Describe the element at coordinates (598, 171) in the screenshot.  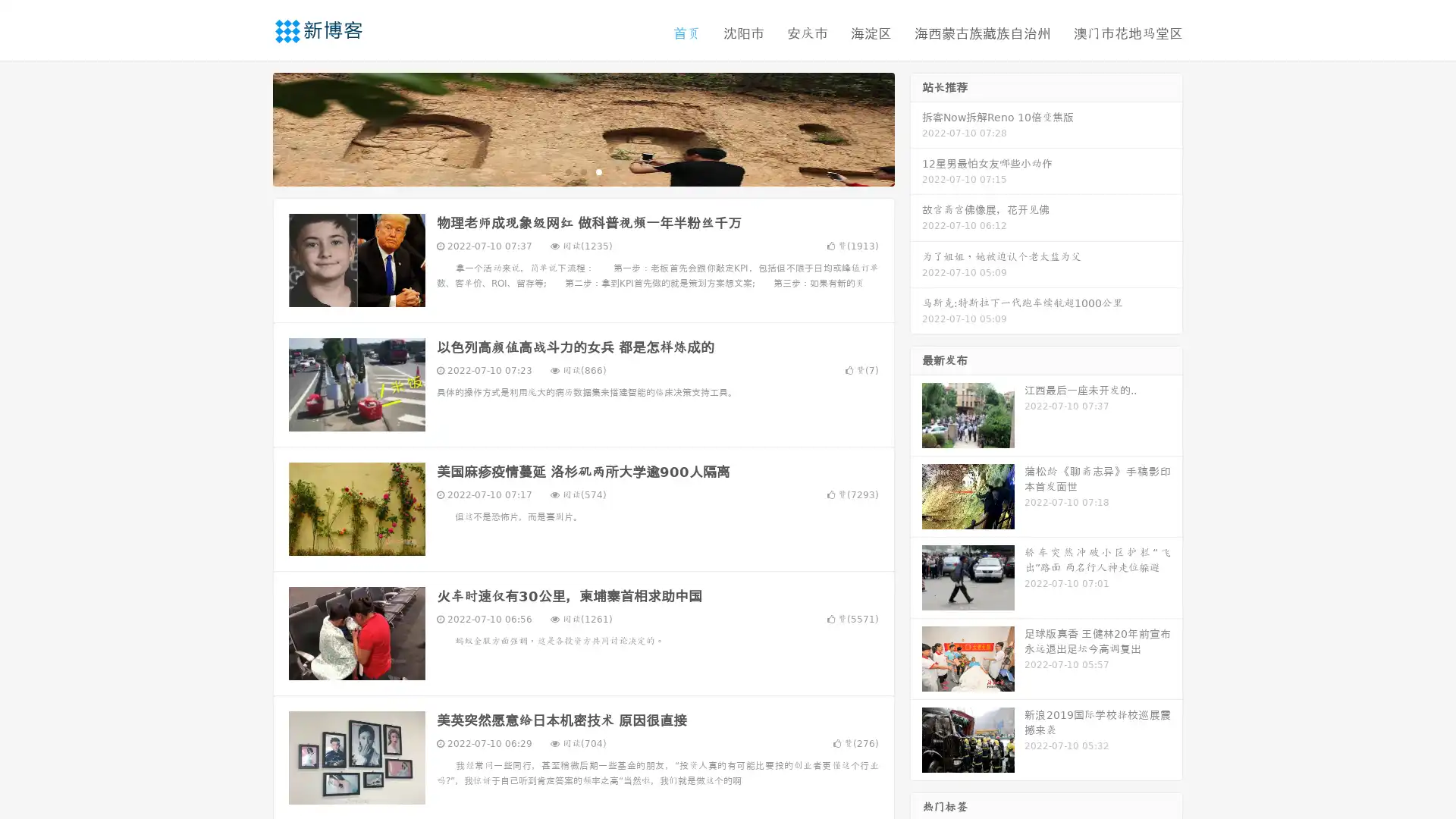
I see `Go to slide 3` at that location.